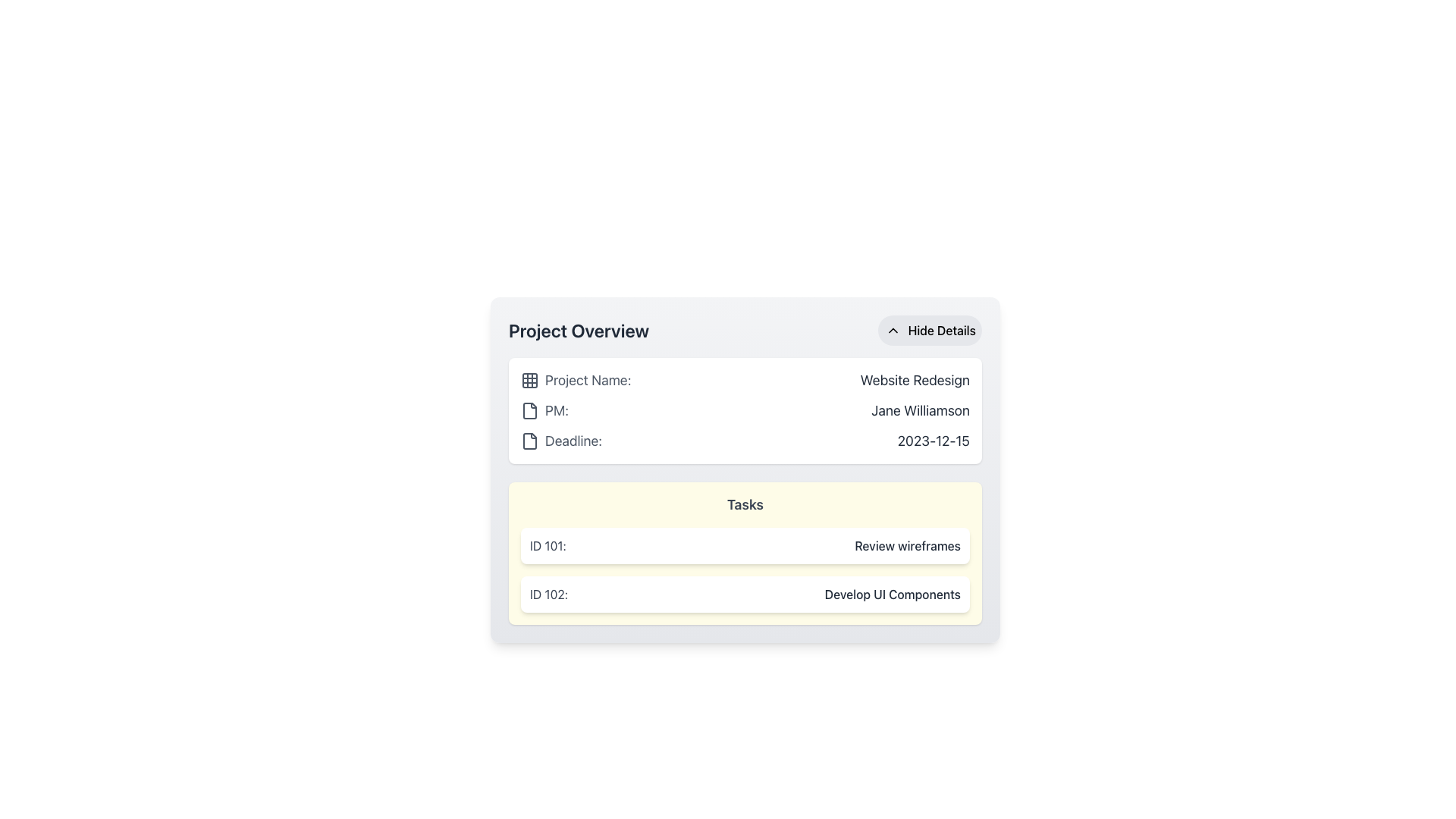  What do you see at coordinates (745, 593) in the screenshot?
I see `the task item in the task list that contains an identifier and description, positioned below 'ID 101: Review wireframes' in the 'Tasks' section` at bounding box center [745, 593].